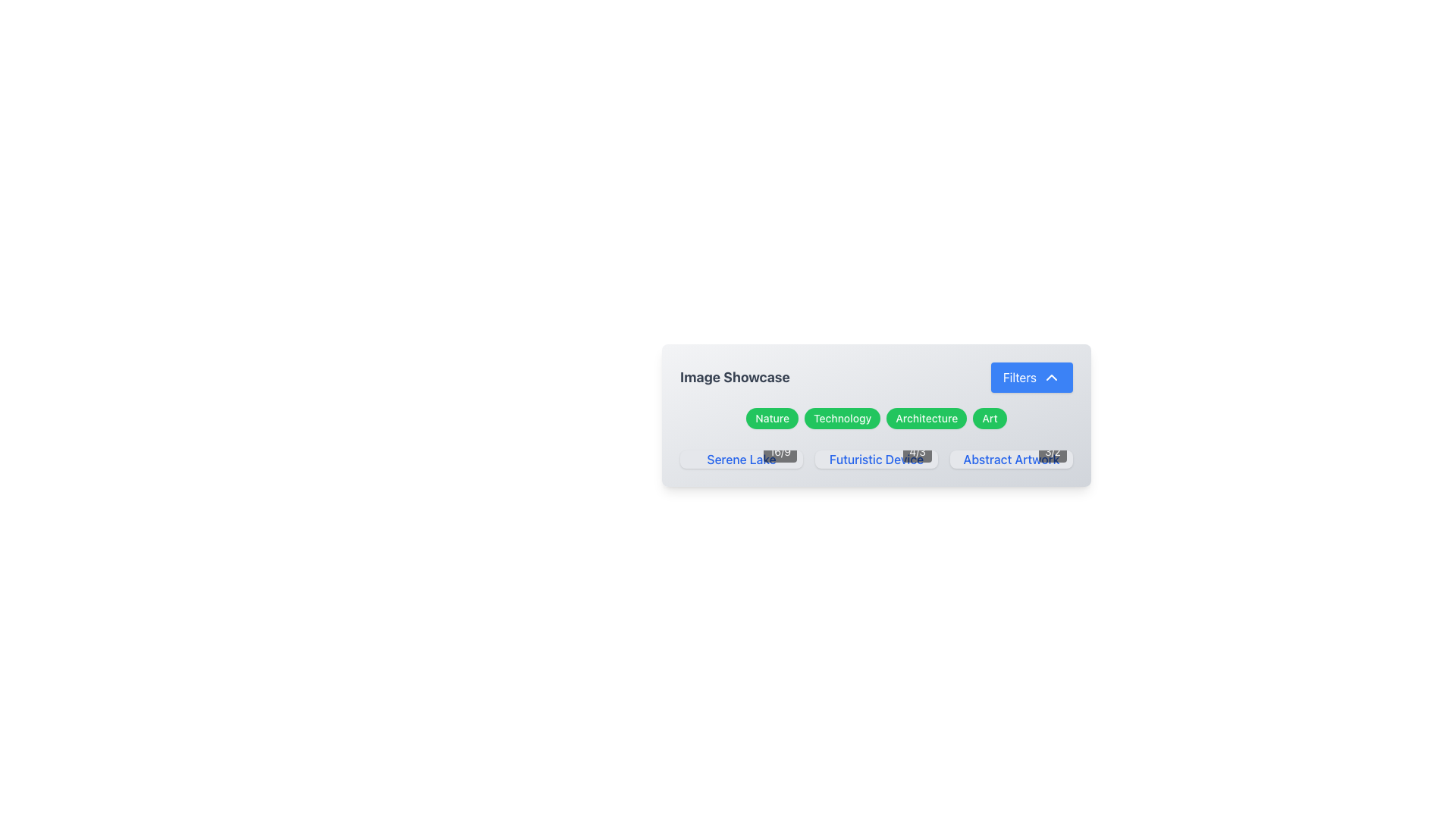  What do you see at coordinates (877, 458) in the screenshot?
I see `the second card in the gallery` at bounding box center [877, 458].